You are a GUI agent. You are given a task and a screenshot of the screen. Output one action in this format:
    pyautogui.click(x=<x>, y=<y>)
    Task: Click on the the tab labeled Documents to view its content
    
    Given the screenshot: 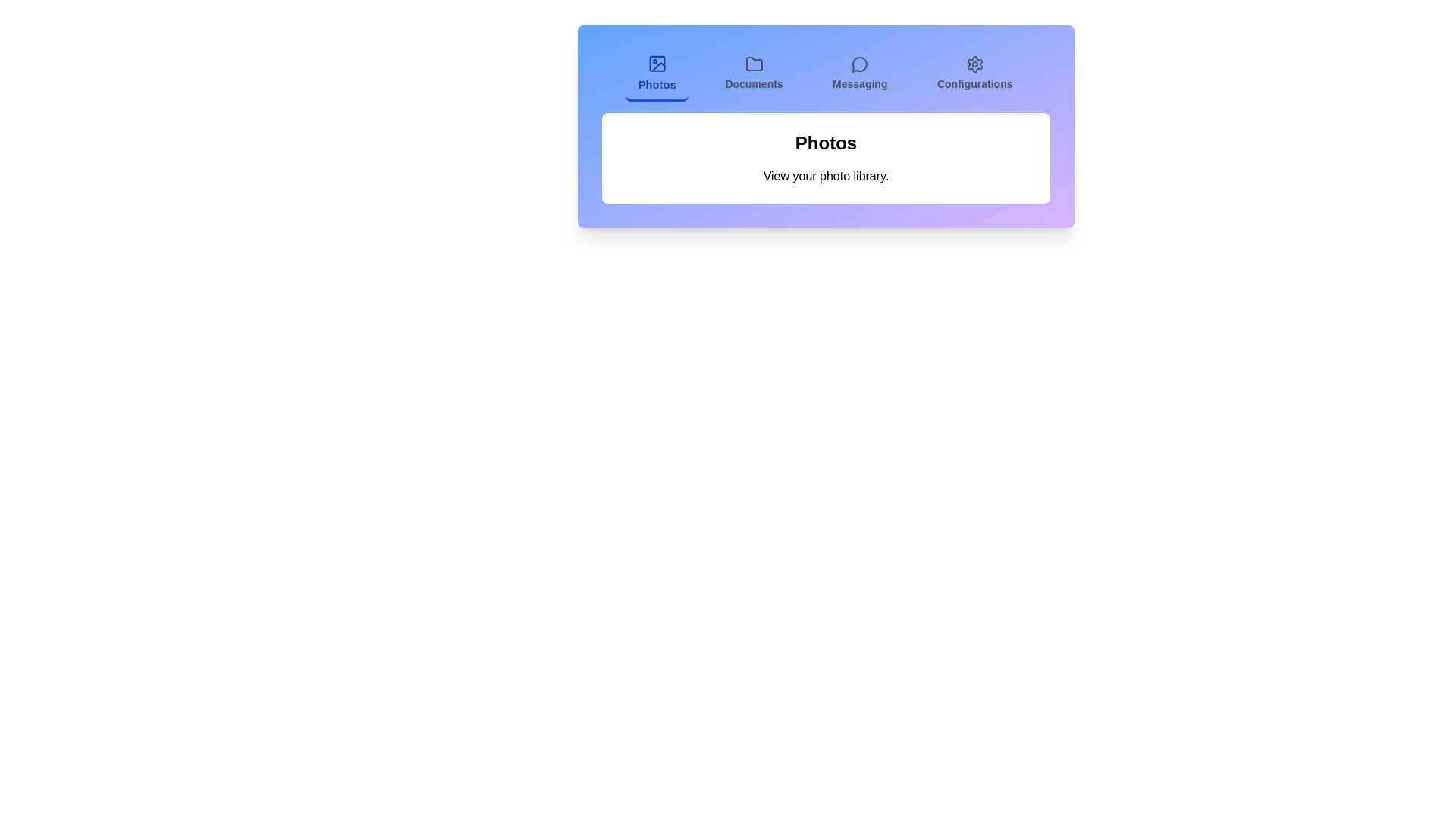 What is the action you would take?
    pyautogui.click(x=754, y=75)
    